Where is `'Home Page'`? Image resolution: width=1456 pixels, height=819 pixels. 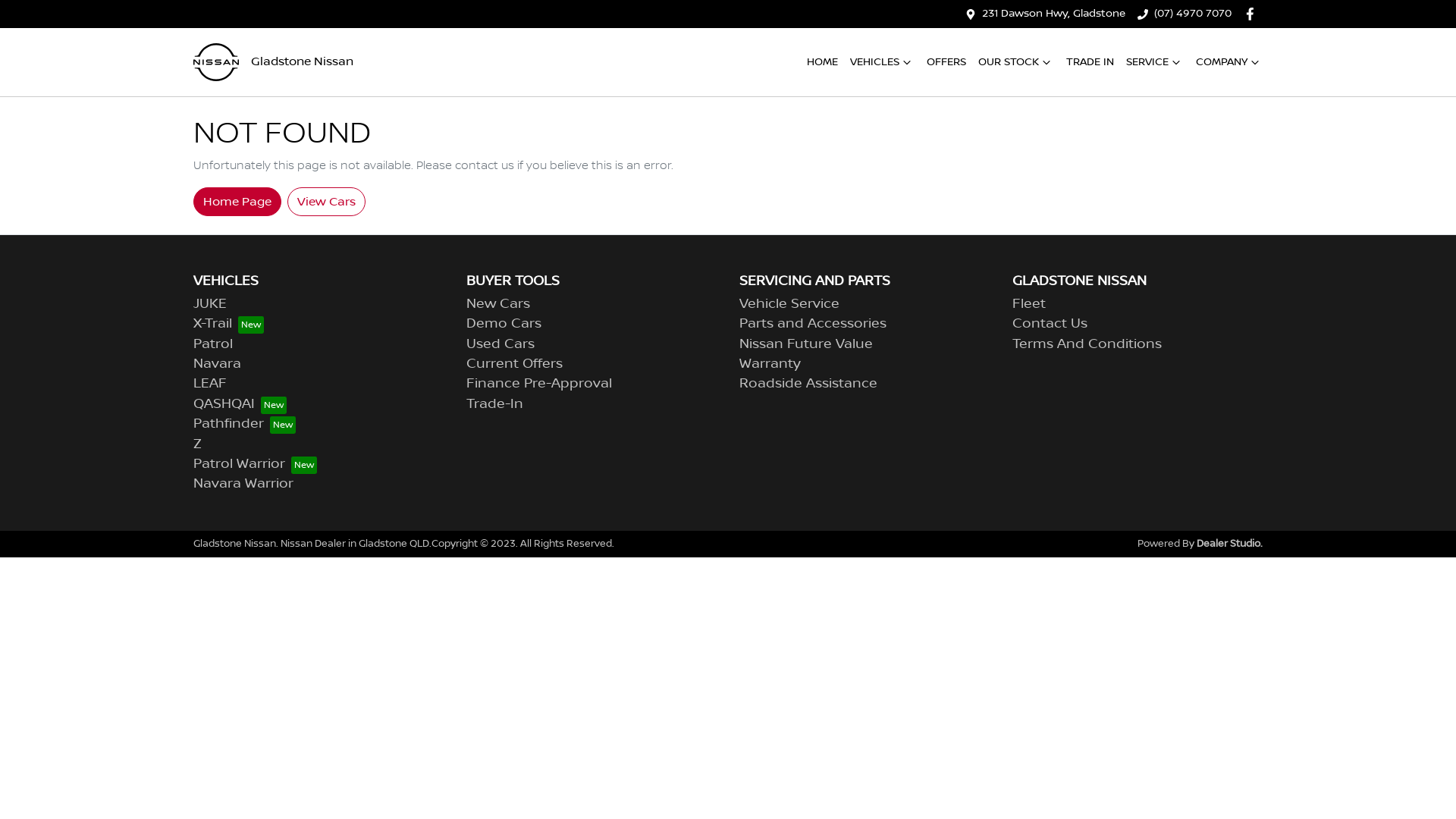 'Home Page' is located at coordinates (192, 200).